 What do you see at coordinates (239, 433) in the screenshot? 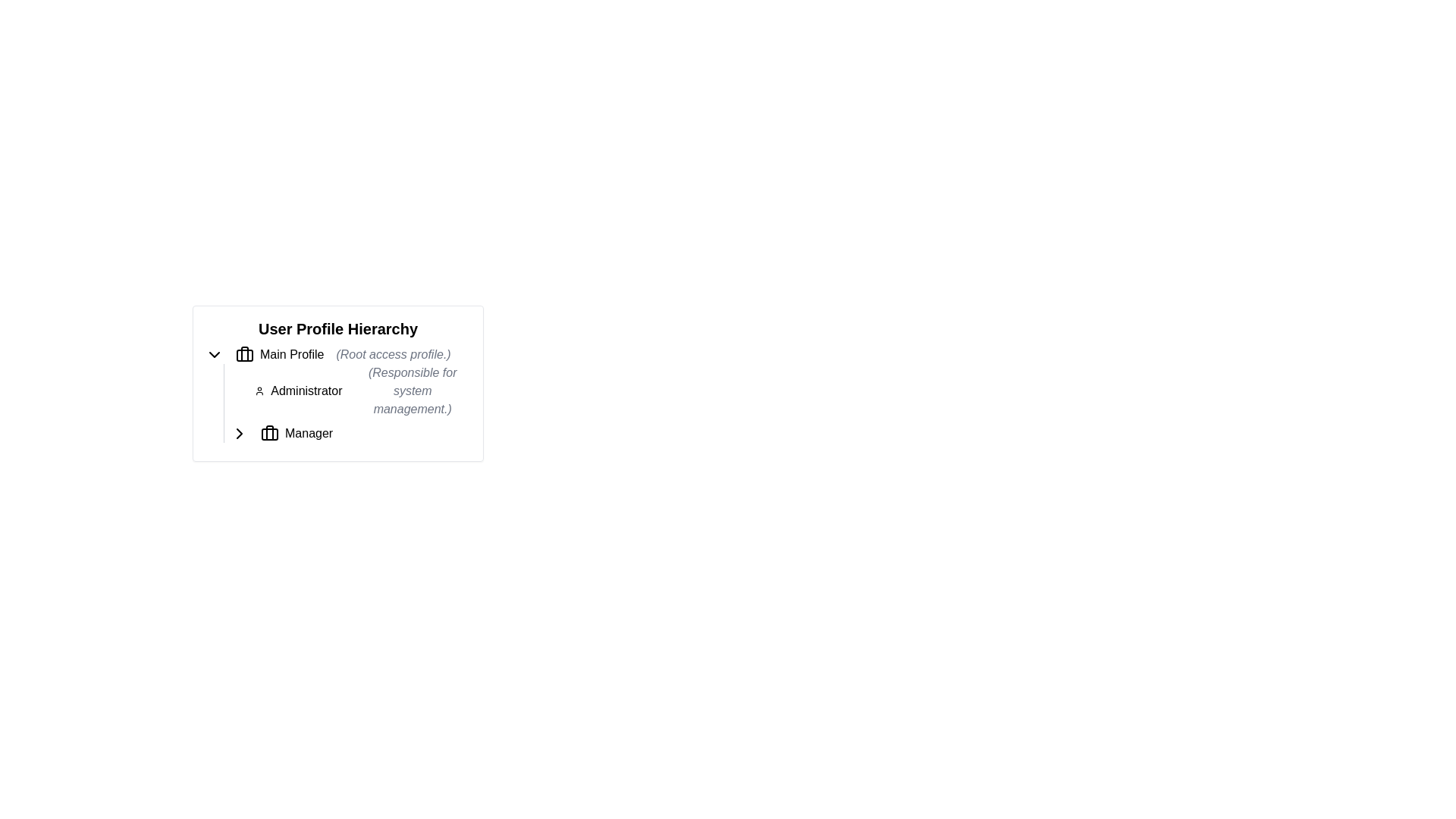
I see `the chevron icon located below the 'Administrator' label and left of 'Manager'` at bounding box center [239, 433].